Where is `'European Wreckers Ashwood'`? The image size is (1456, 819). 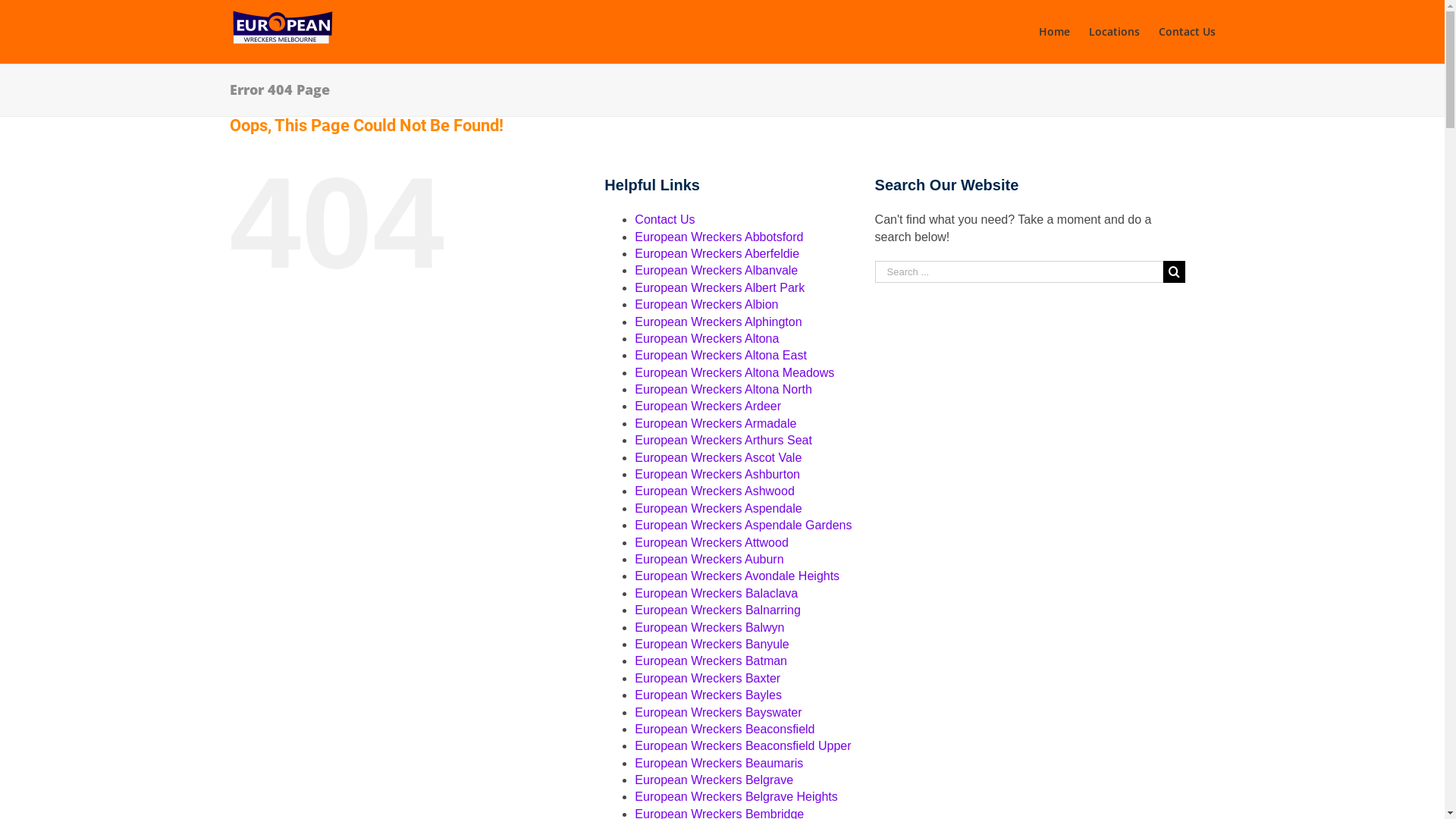 'European Wreckers Ashwood' is located at coordinates (713, 491).